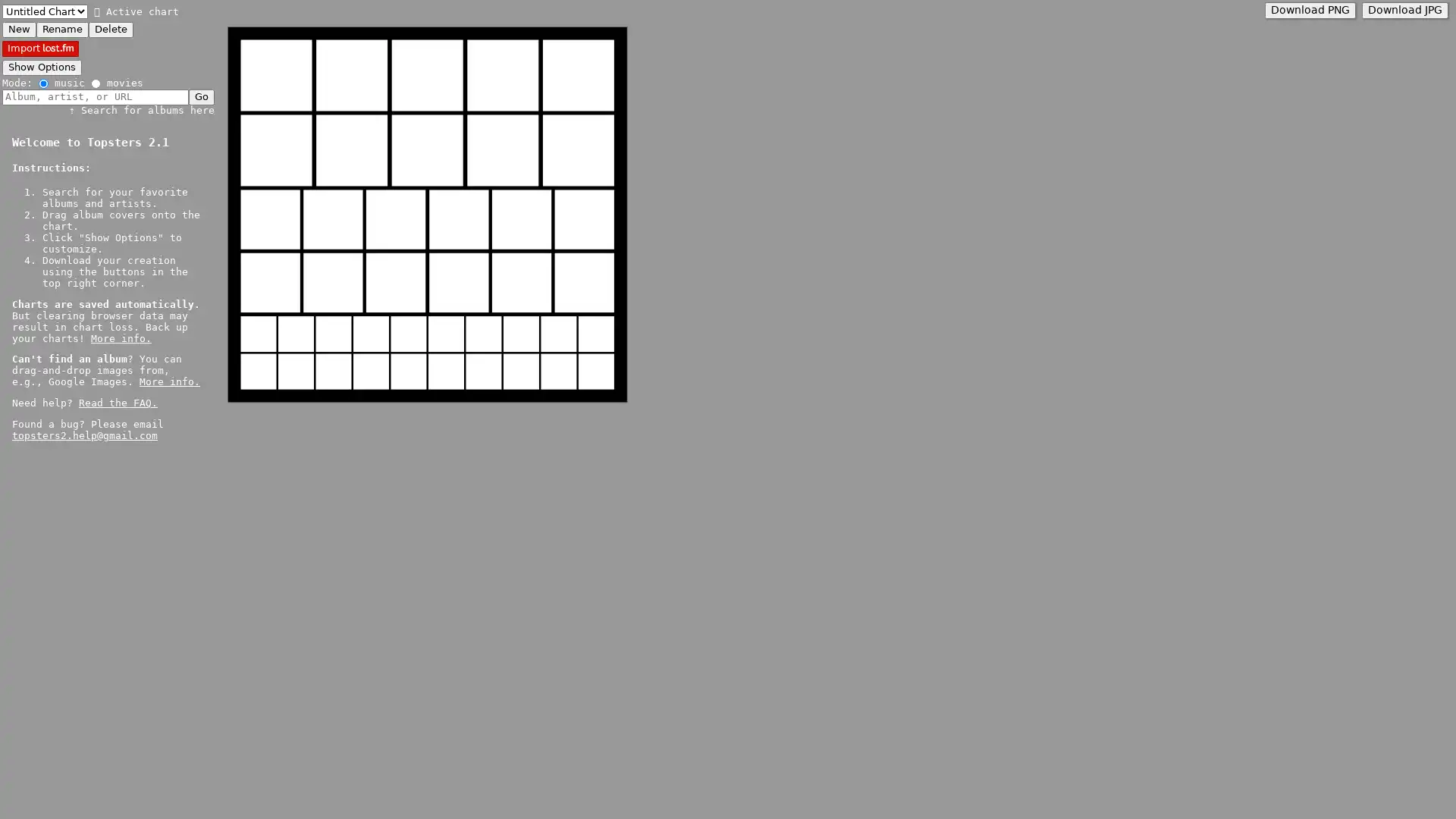 This screenshot has width=1456, height=819. Describe the element at coordinates (110, 29) in the screenshot. I see `Delete` at that location.